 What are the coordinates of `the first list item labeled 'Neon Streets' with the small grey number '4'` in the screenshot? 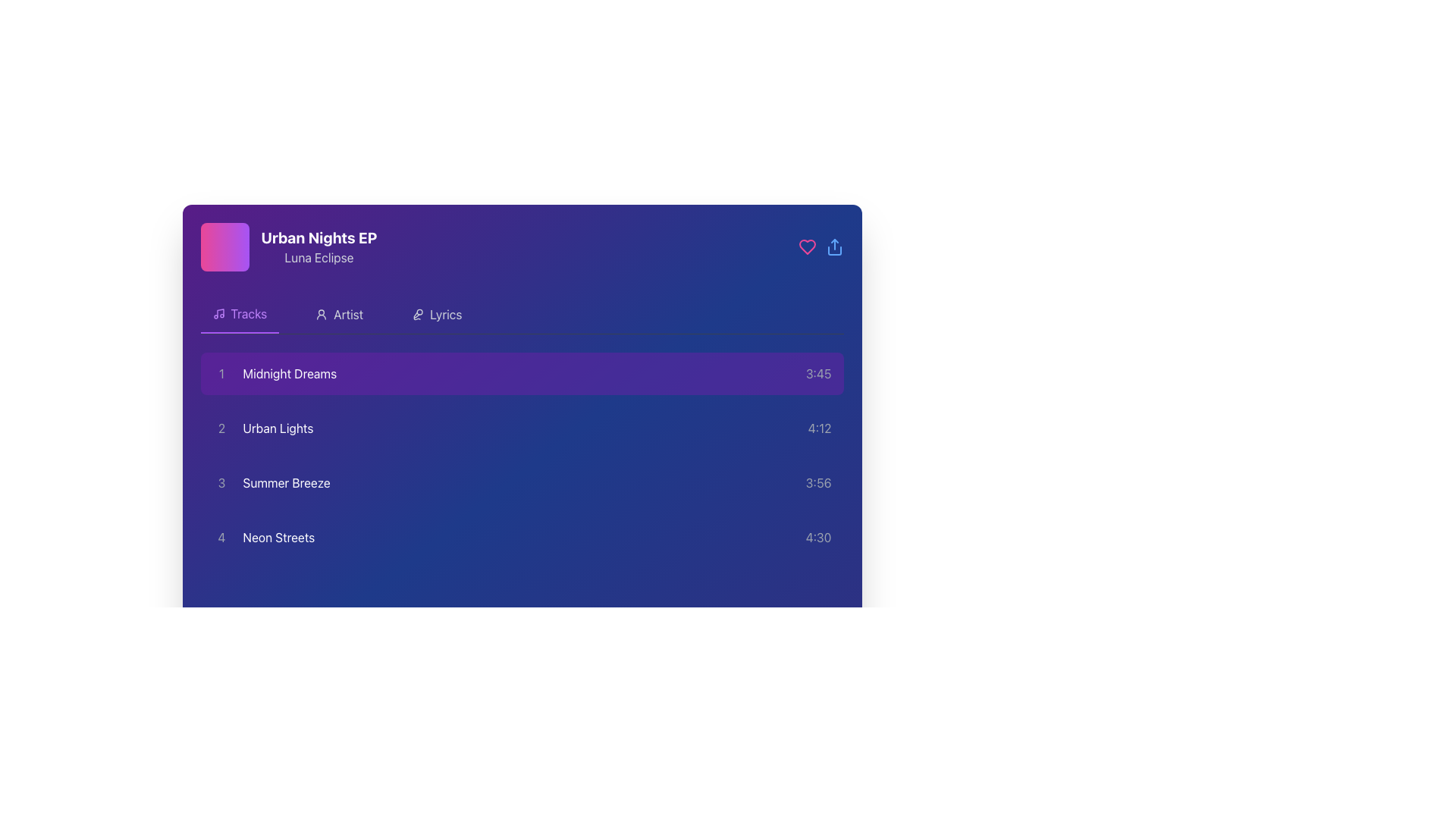 It's located at (263, 537).